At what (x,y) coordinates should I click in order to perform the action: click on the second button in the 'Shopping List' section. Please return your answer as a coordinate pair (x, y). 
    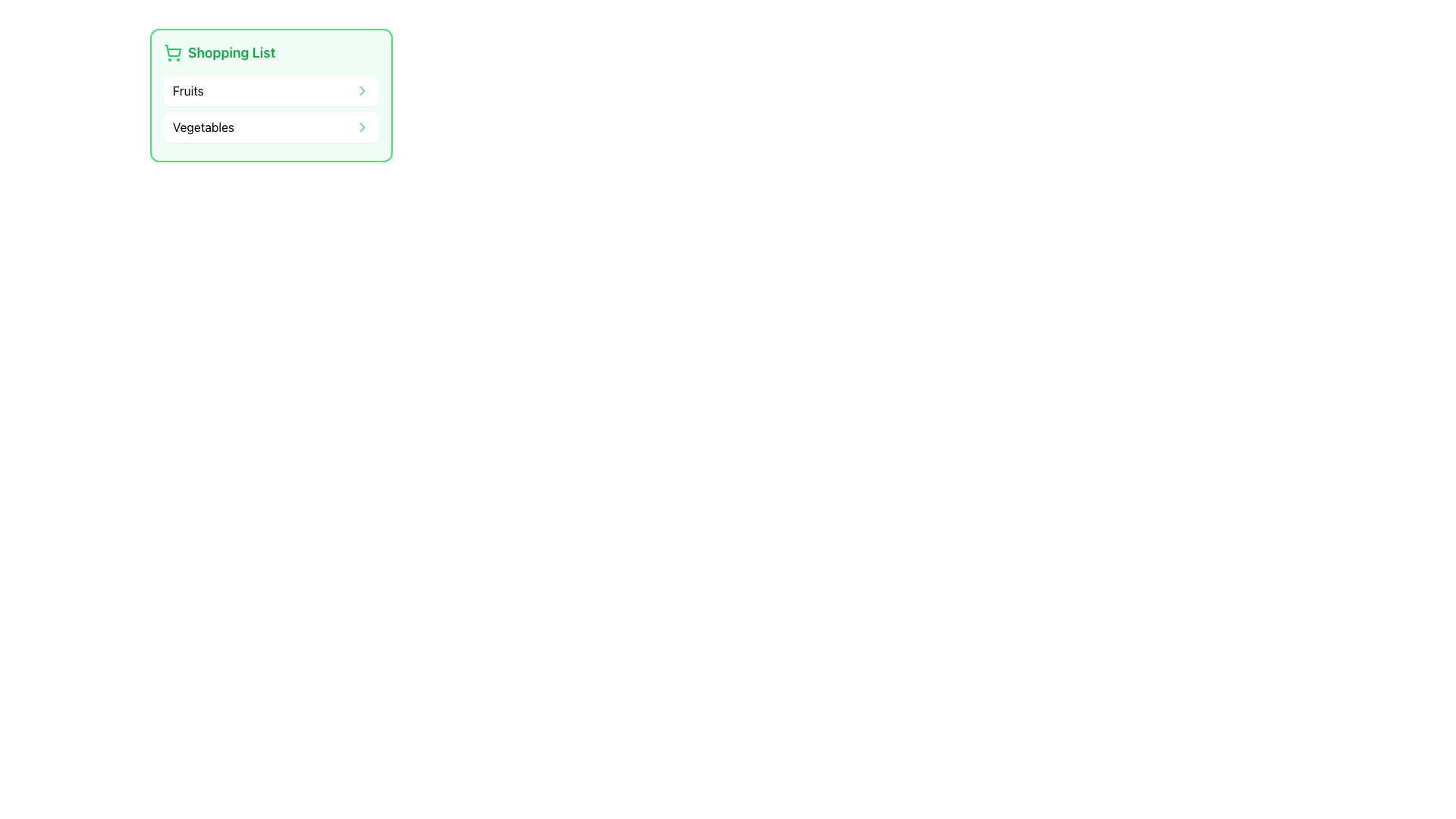
    Looking at the image, I should click on (271, 127).